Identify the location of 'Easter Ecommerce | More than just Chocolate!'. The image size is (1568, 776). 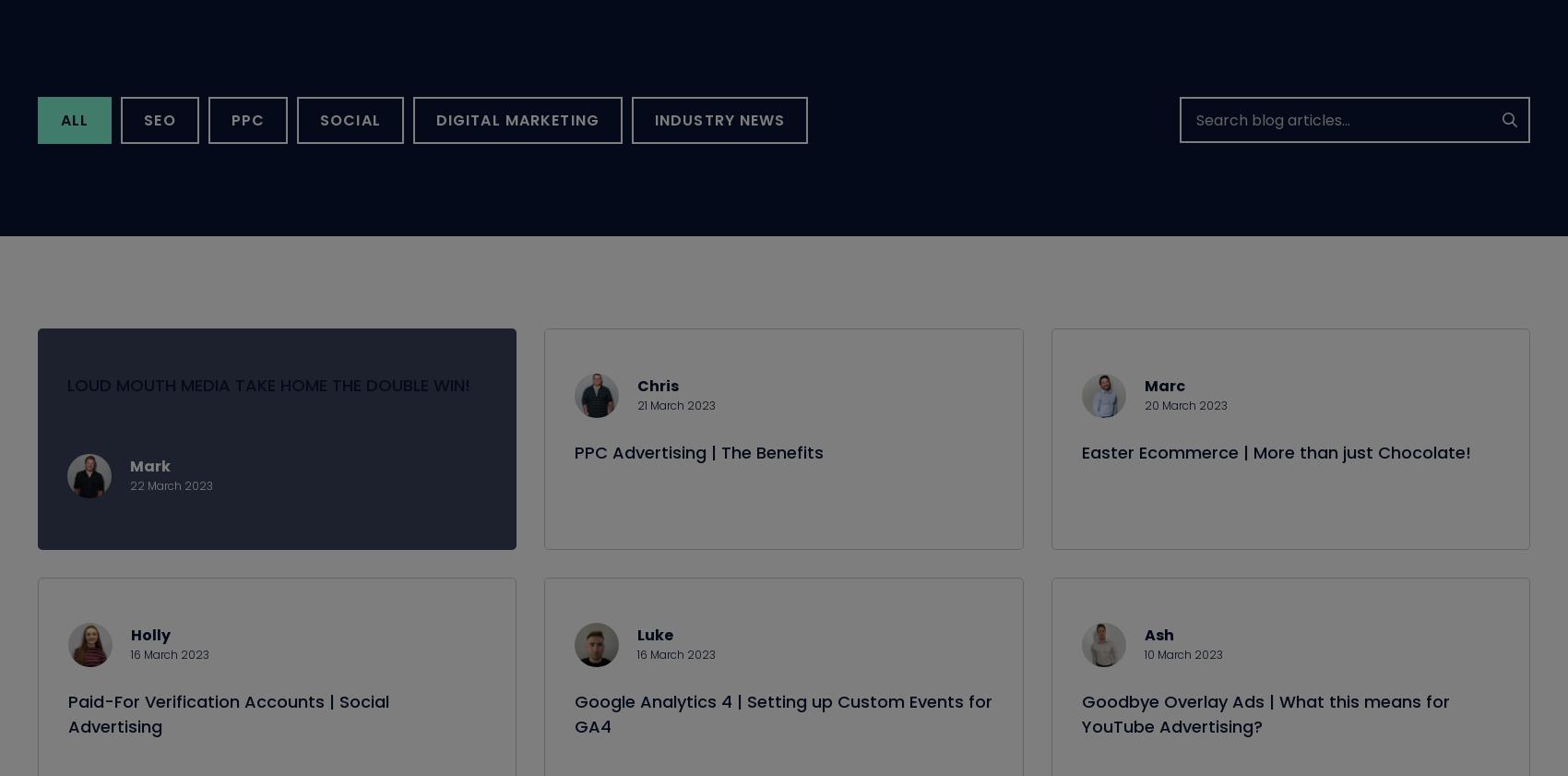
(1274, 473).